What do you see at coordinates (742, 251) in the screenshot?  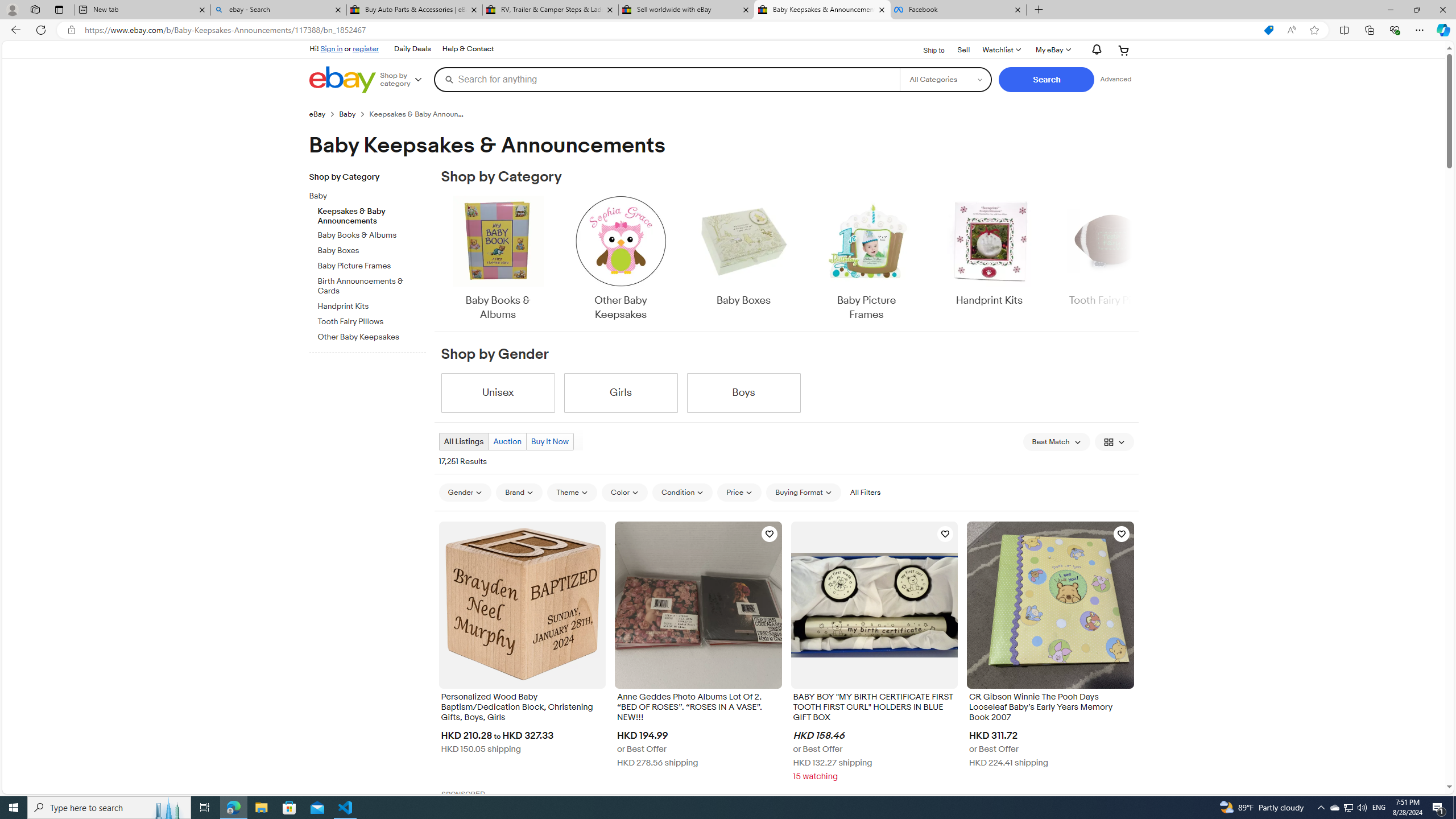 I see `'Baby Boxes'` at bounding box center [742, 251].